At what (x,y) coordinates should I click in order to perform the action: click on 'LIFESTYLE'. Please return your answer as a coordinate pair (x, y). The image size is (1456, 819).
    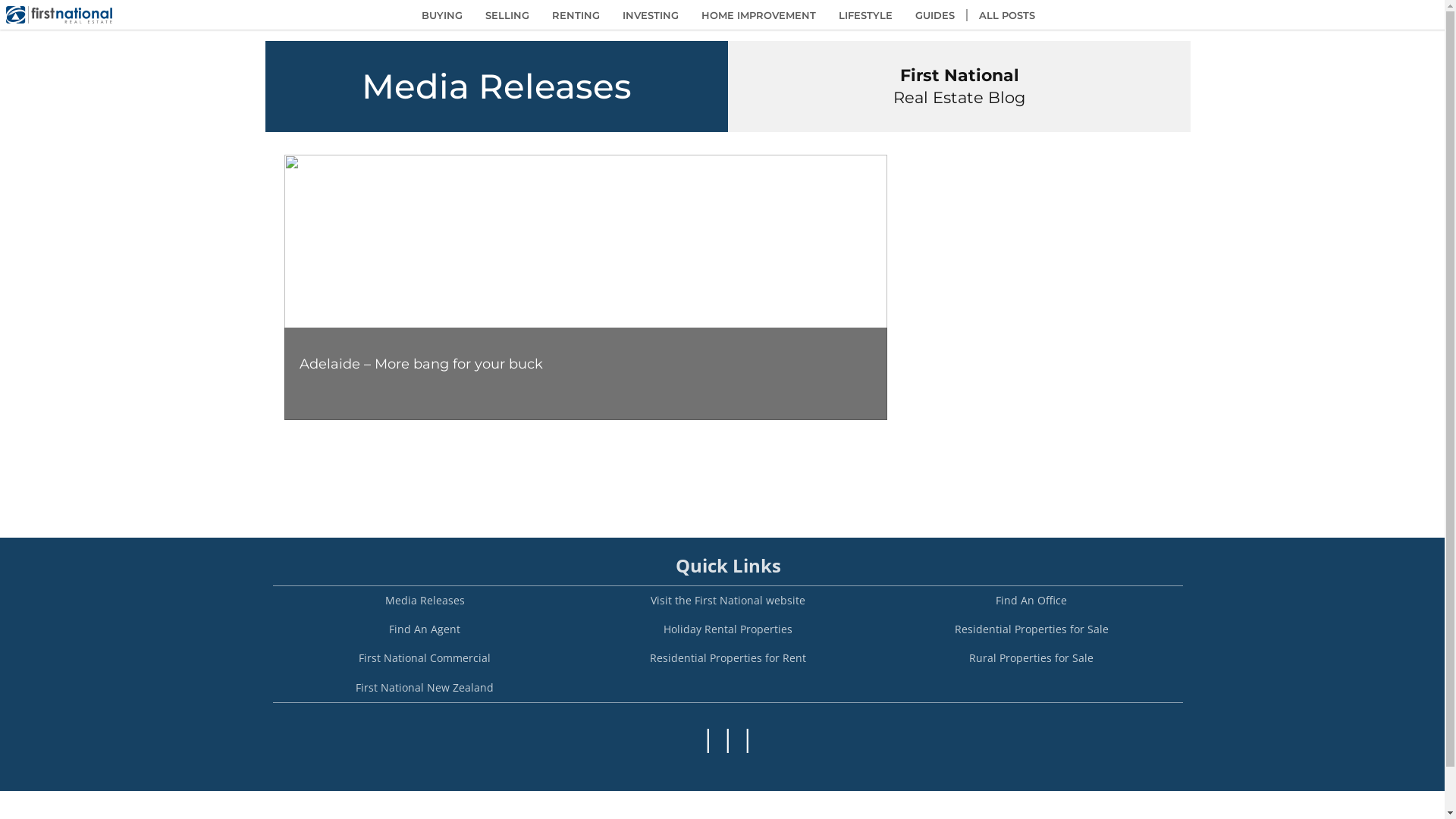
    Looking at the image, I should click on (864, 14).